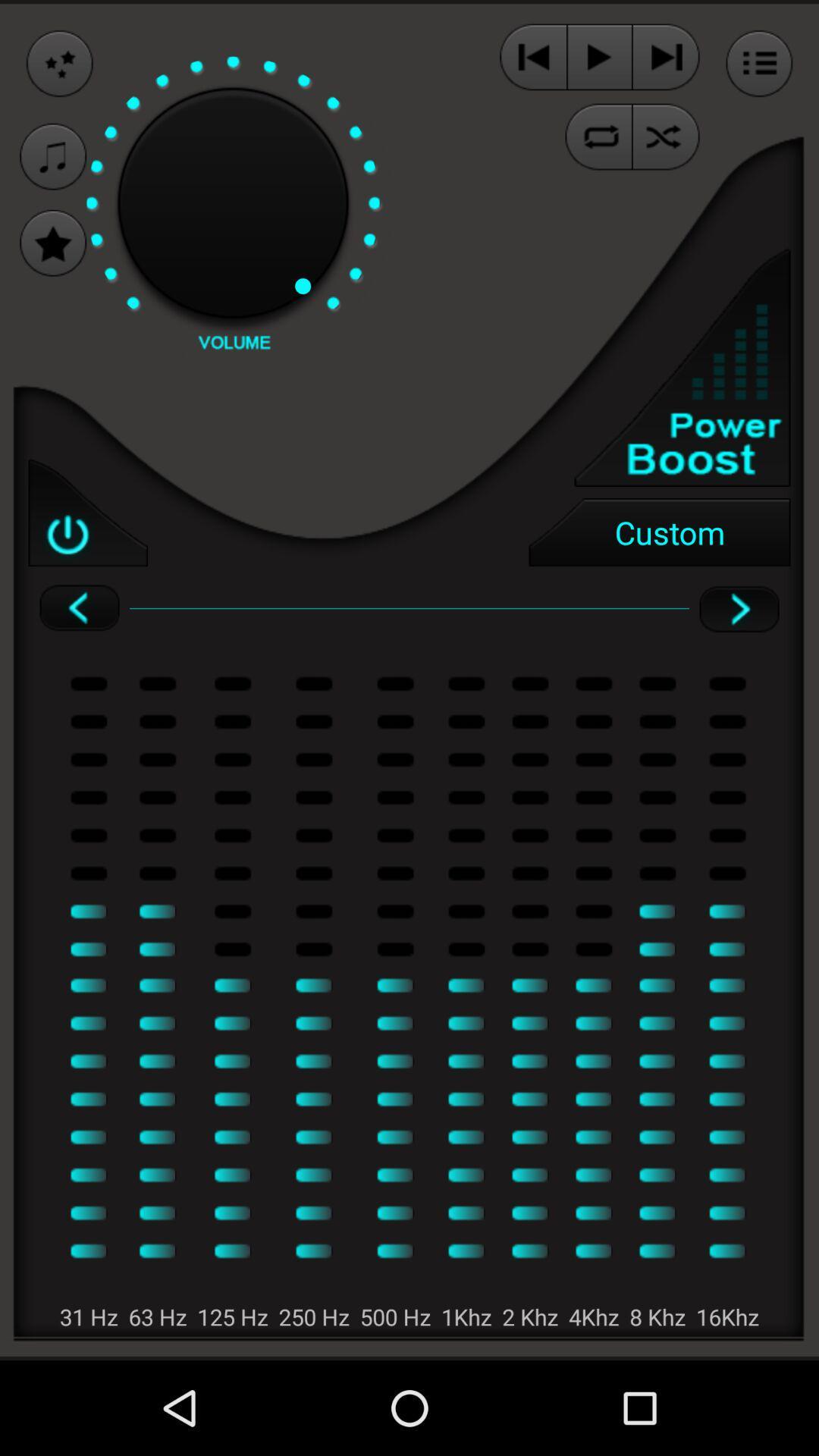 Image resolution: width=819 pixels, height=1456 pixels. I want to click on the skip_previous icon, so click(532, 61).